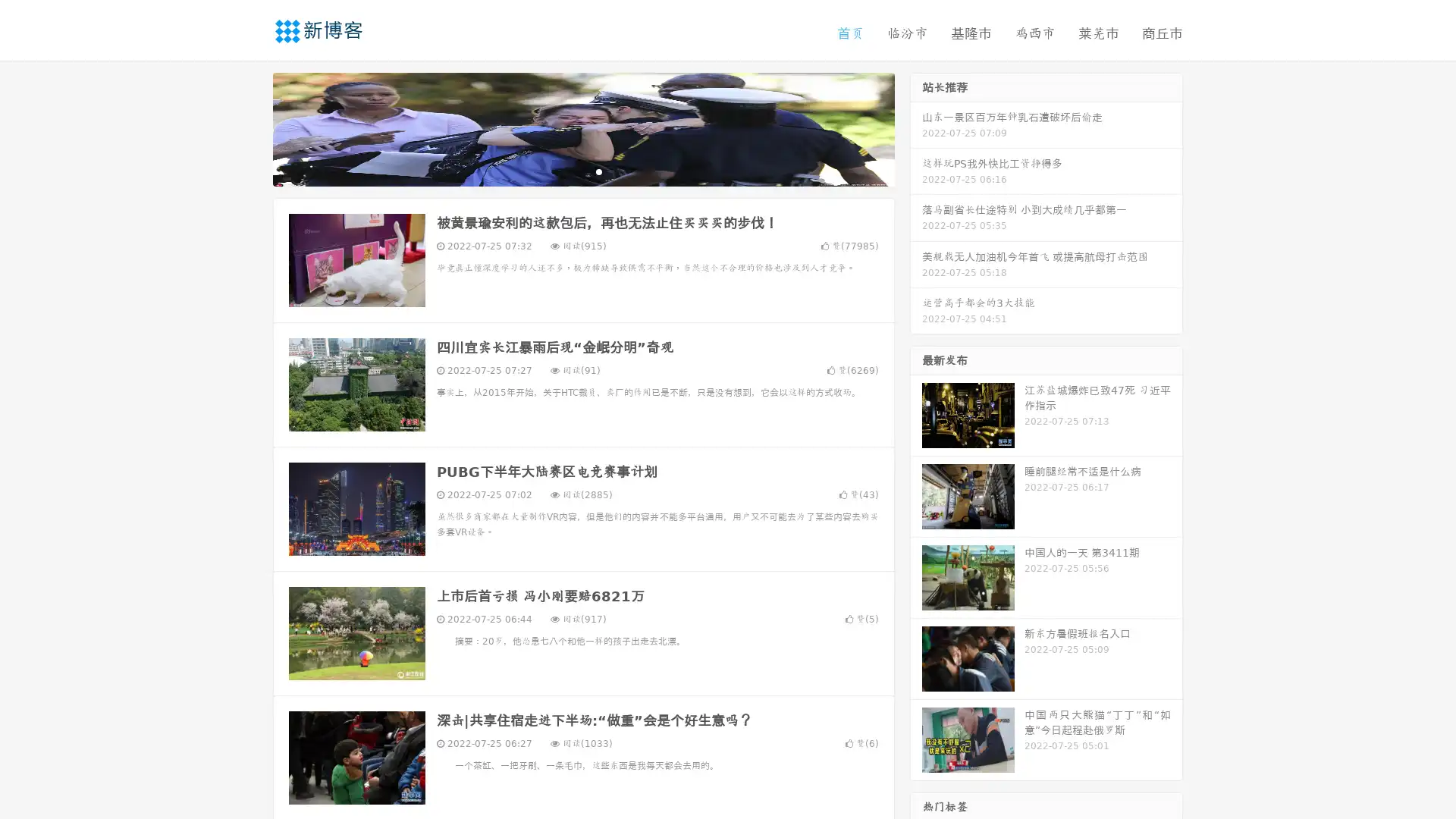  I want to click on Go to slide 2, so click(582, 171).